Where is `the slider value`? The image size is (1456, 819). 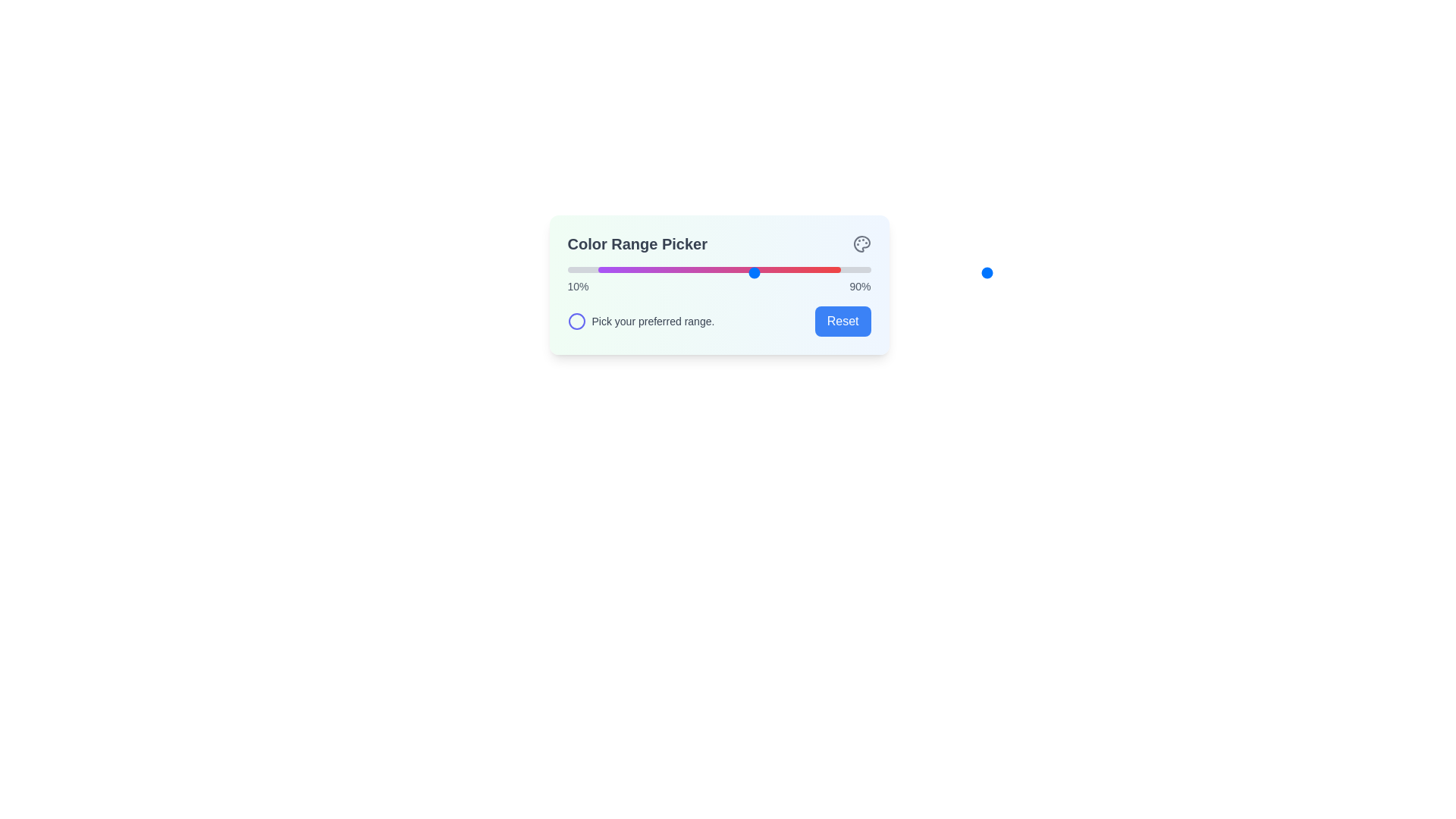 the slider value is located at coordinates (844, 268).